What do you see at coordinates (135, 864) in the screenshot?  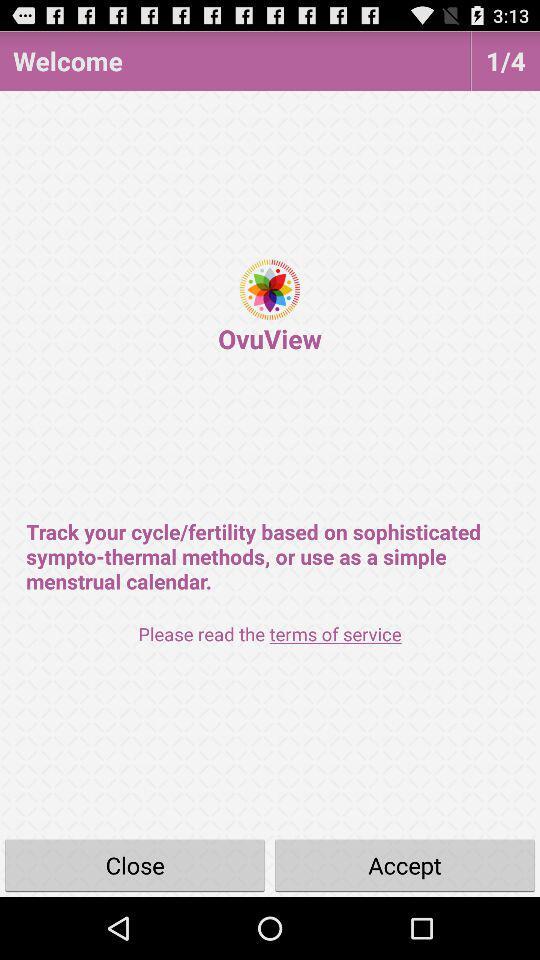 I see `the item next to accept icon` at bounding box center [135, 864].